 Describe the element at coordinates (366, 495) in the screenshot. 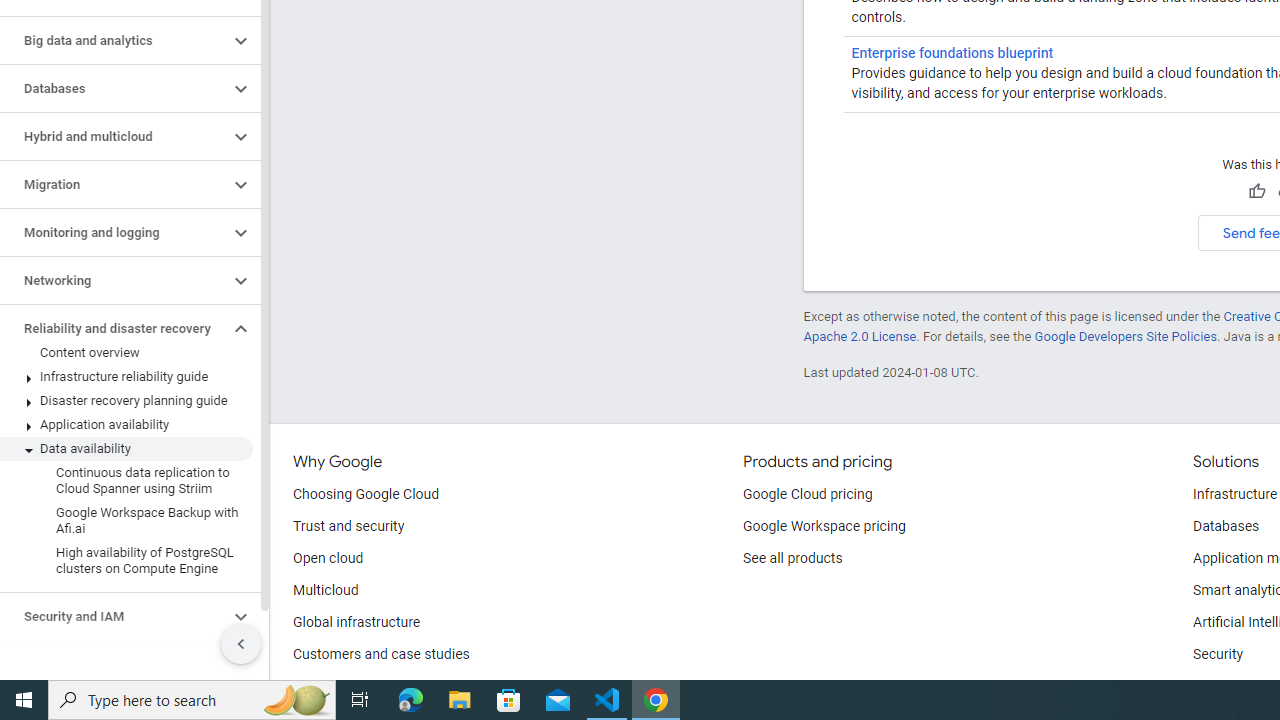

I see `'Choosing Google Cloud'` at that location.